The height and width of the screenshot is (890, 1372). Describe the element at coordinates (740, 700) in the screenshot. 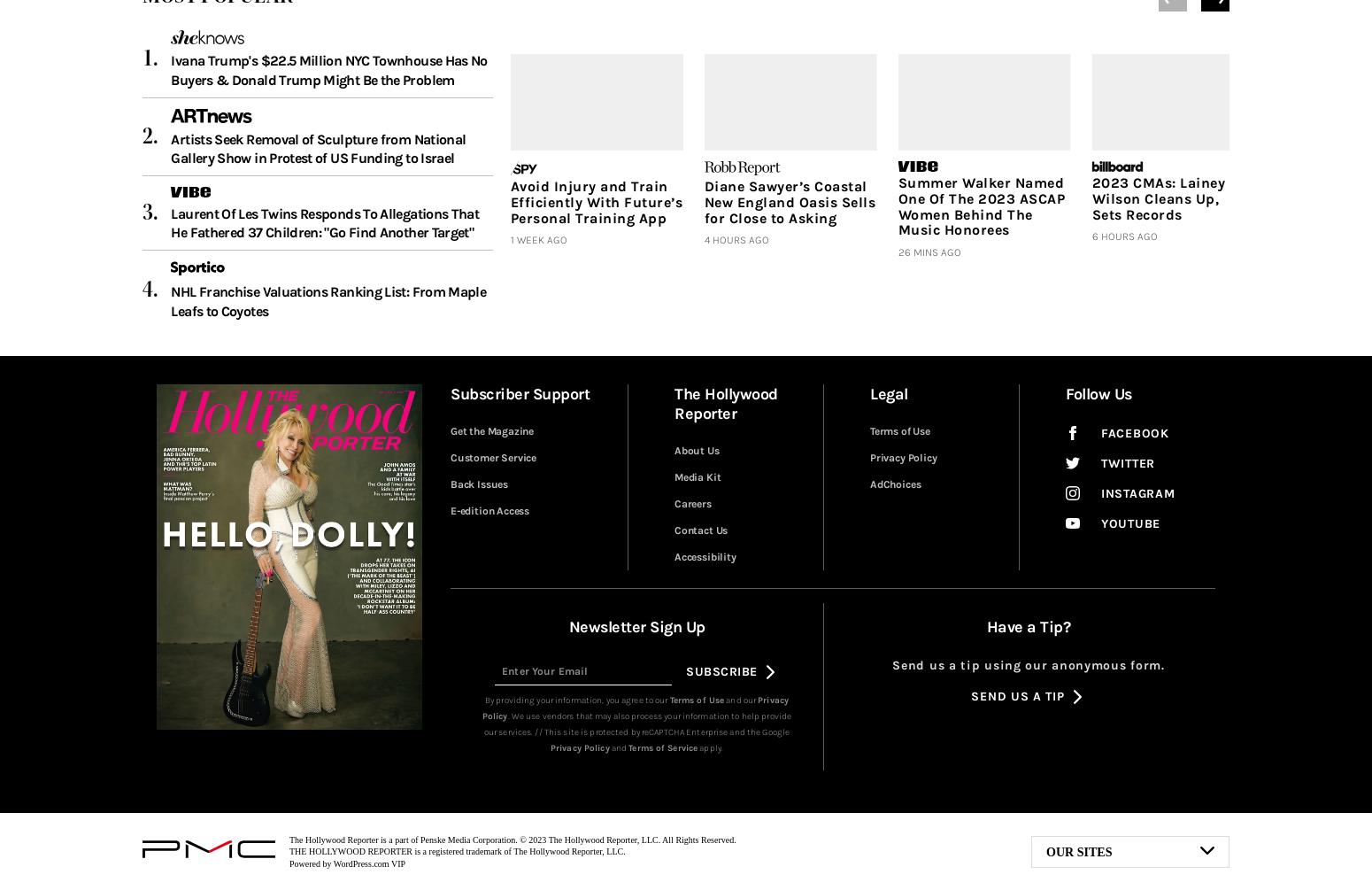

I see `'and our'` at that location.